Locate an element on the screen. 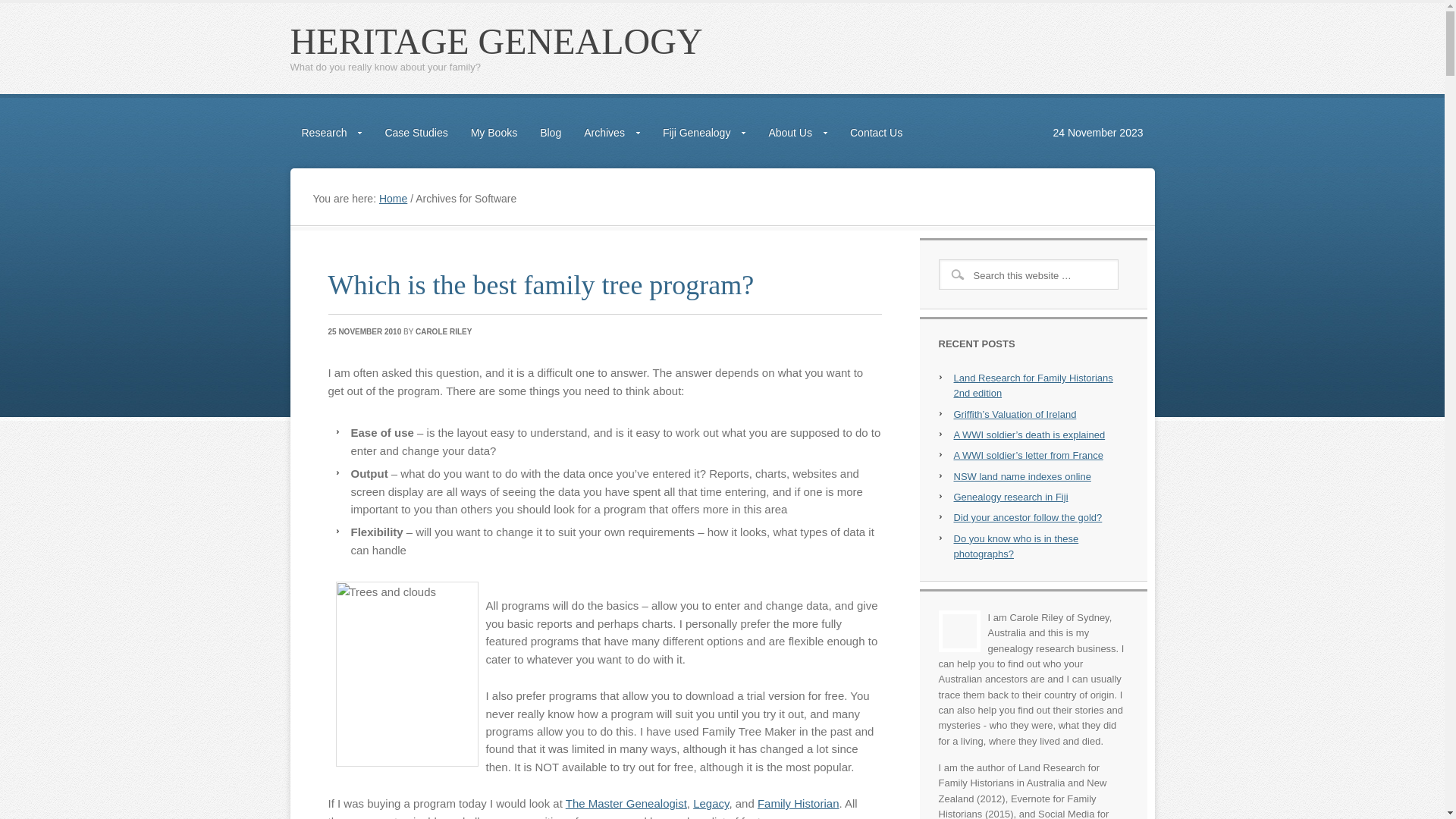 The width and height of the screenshot is (1456, 819). 'Genealogy research in Fiji' is located at coordinates (1011, 497).